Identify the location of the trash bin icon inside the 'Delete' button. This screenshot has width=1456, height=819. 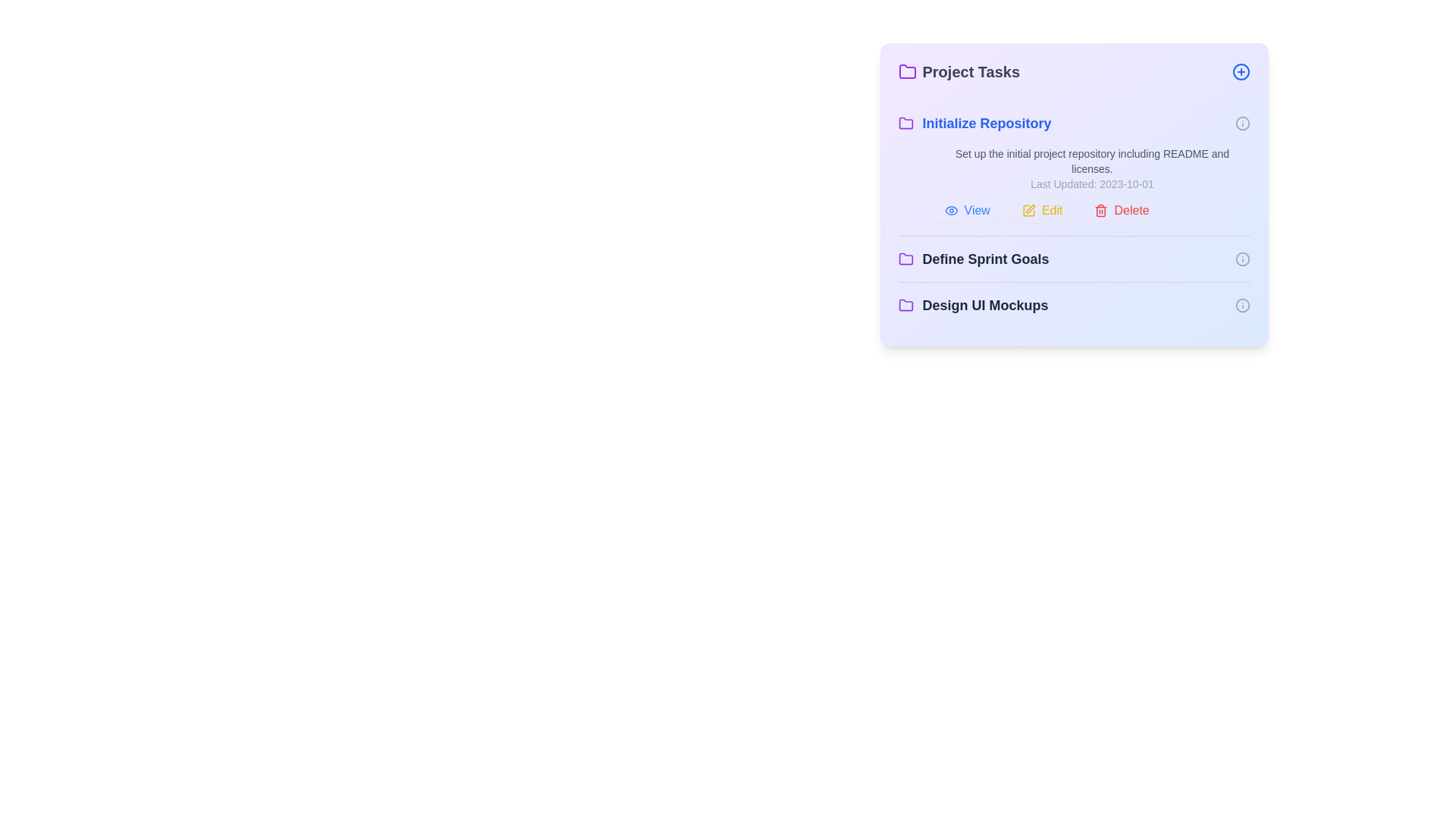
(1101, 210).